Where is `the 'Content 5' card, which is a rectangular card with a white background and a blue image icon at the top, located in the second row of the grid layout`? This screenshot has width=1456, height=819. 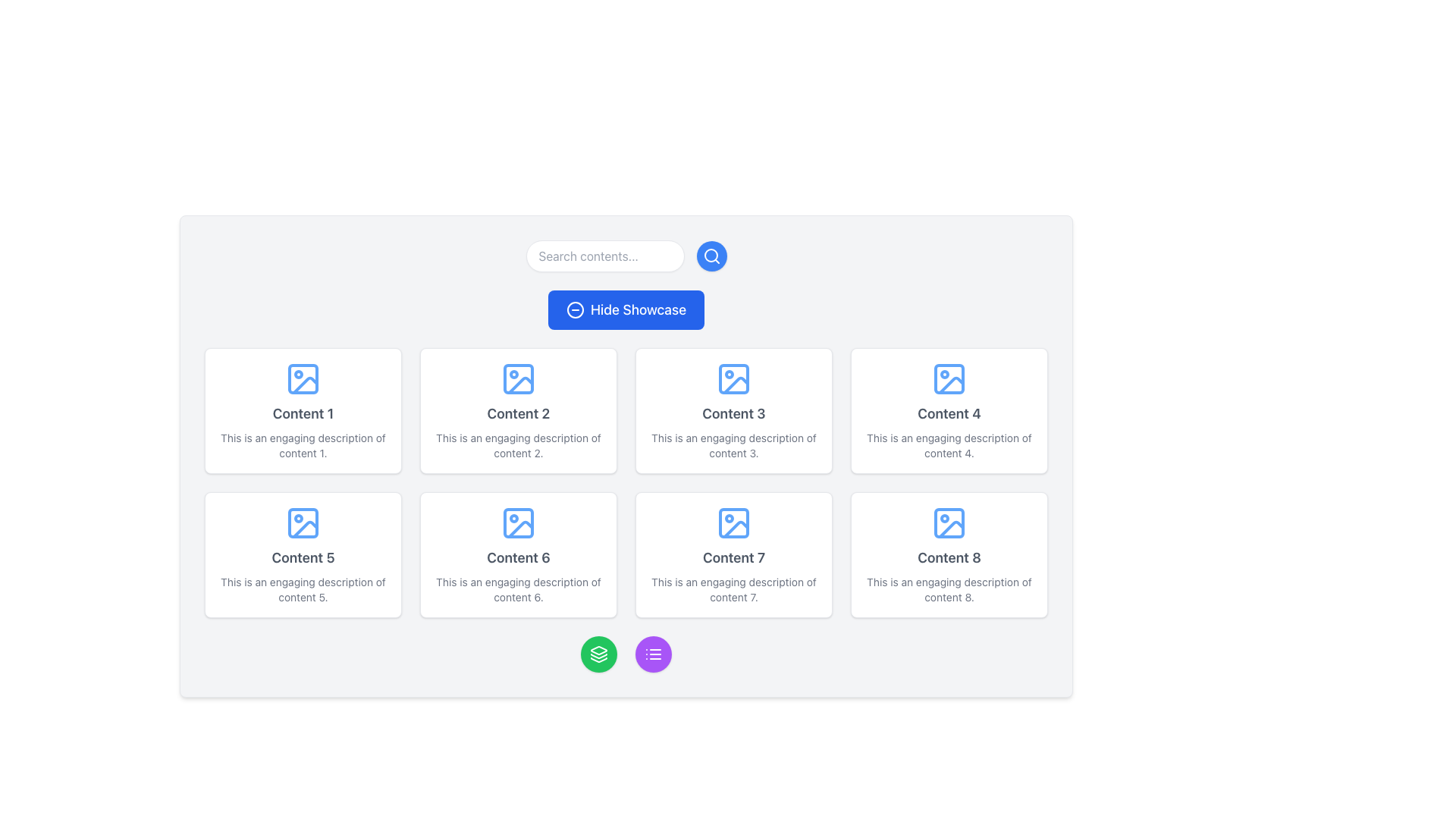
the 'Content 5' card, which is a rectangular card with a white background and a blue image icon at the top, located in the second row of the grid layout is located at coordinates (303, 555).